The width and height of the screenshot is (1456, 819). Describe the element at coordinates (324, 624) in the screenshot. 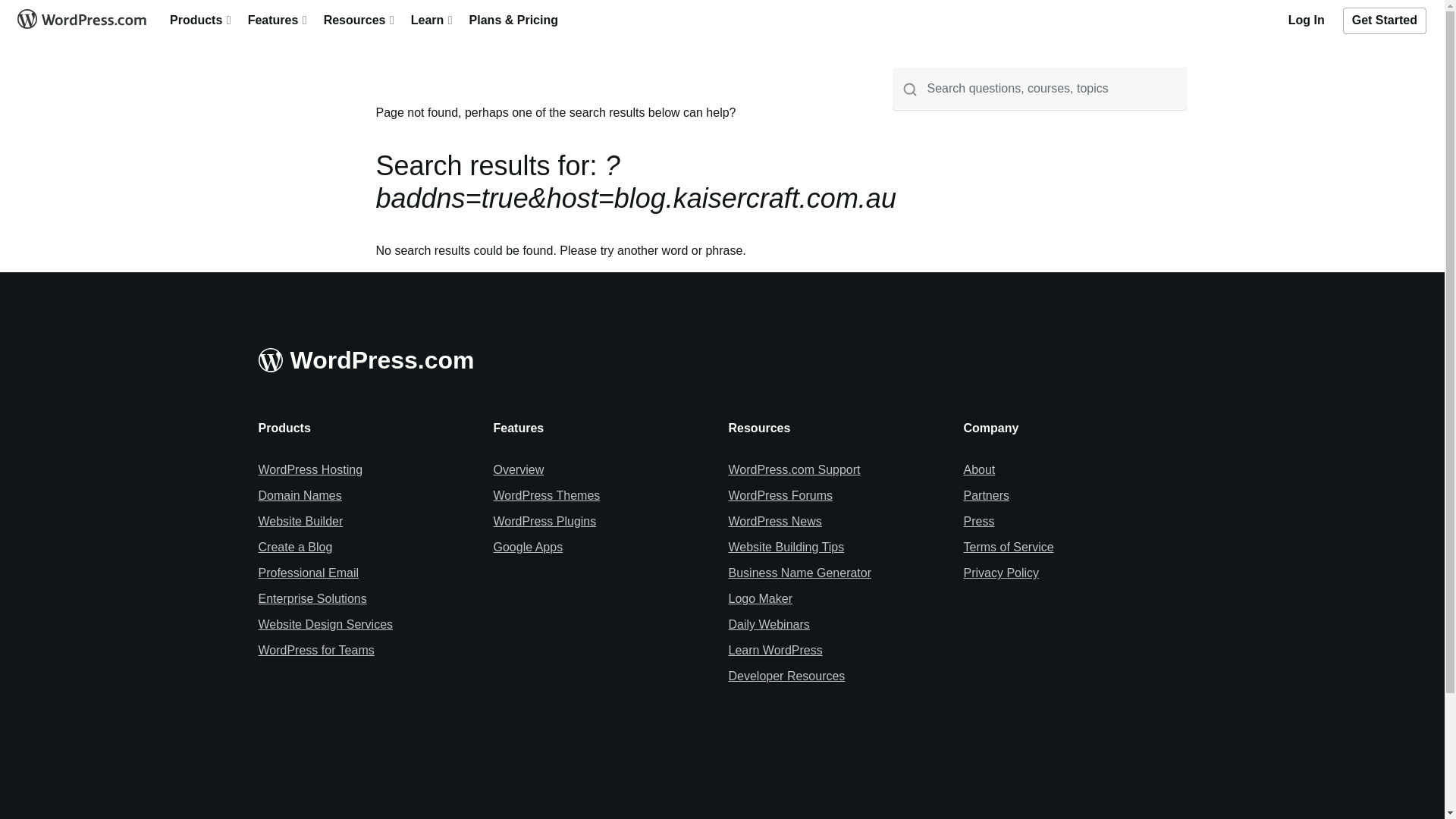

I see `'Website Design Services'` at that location.